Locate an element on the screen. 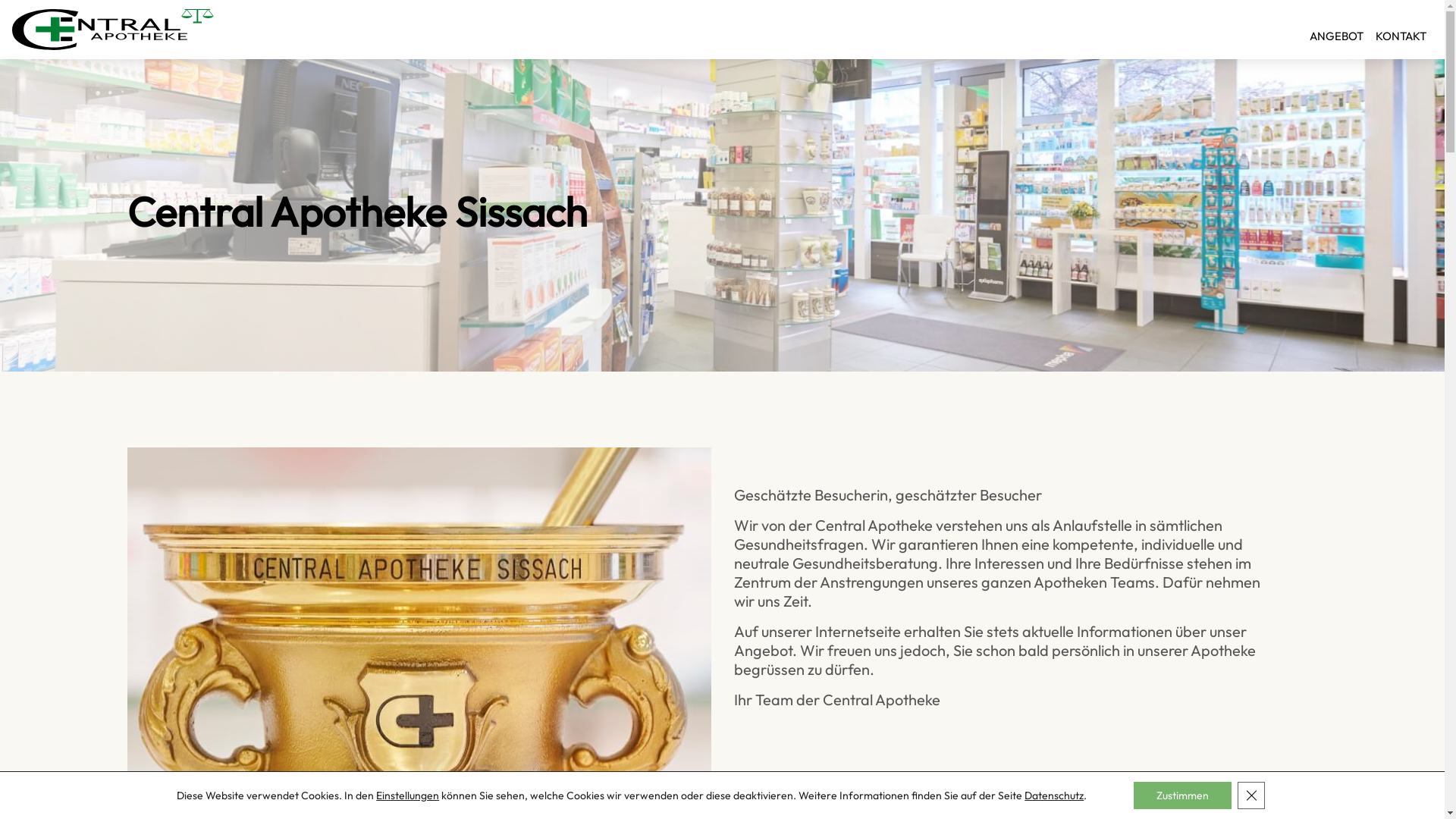 The height and width of the screenshot is (819, 1456). 'Einstellungen' is located at coordinates (407, 795).